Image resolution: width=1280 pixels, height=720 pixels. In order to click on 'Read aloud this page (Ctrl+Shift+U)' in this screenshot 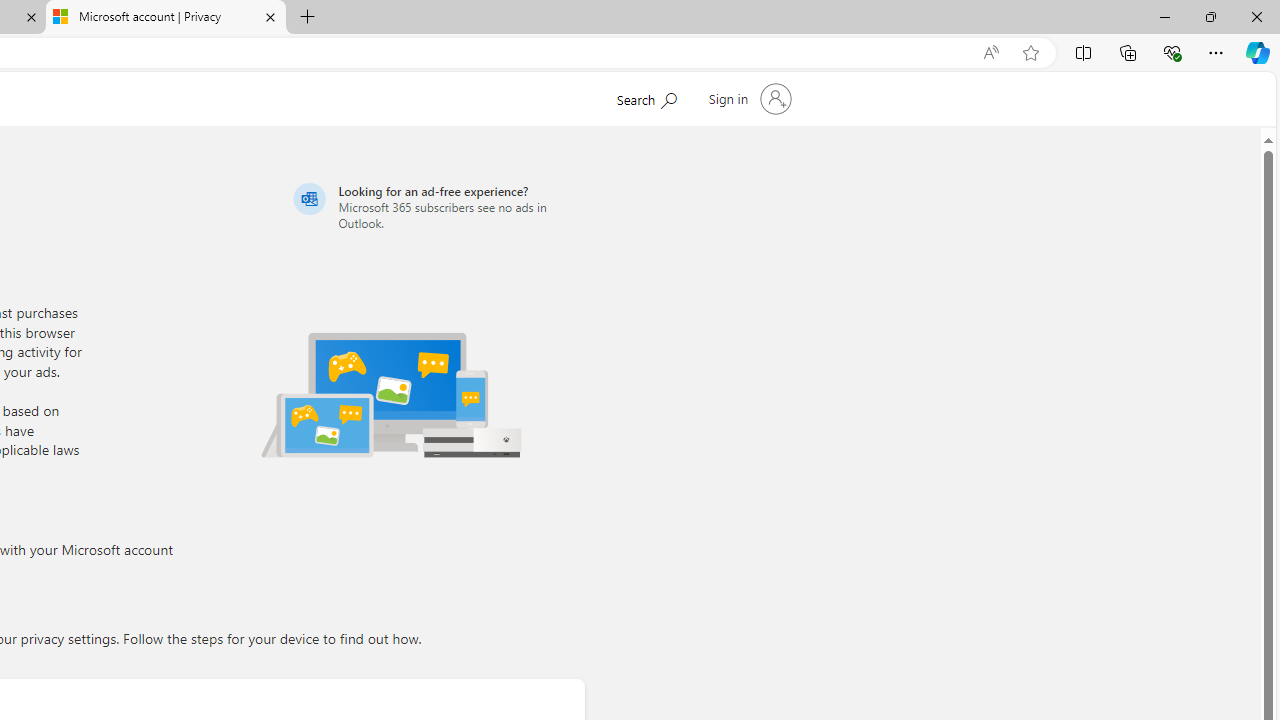, I will do `click(991, 52)`.